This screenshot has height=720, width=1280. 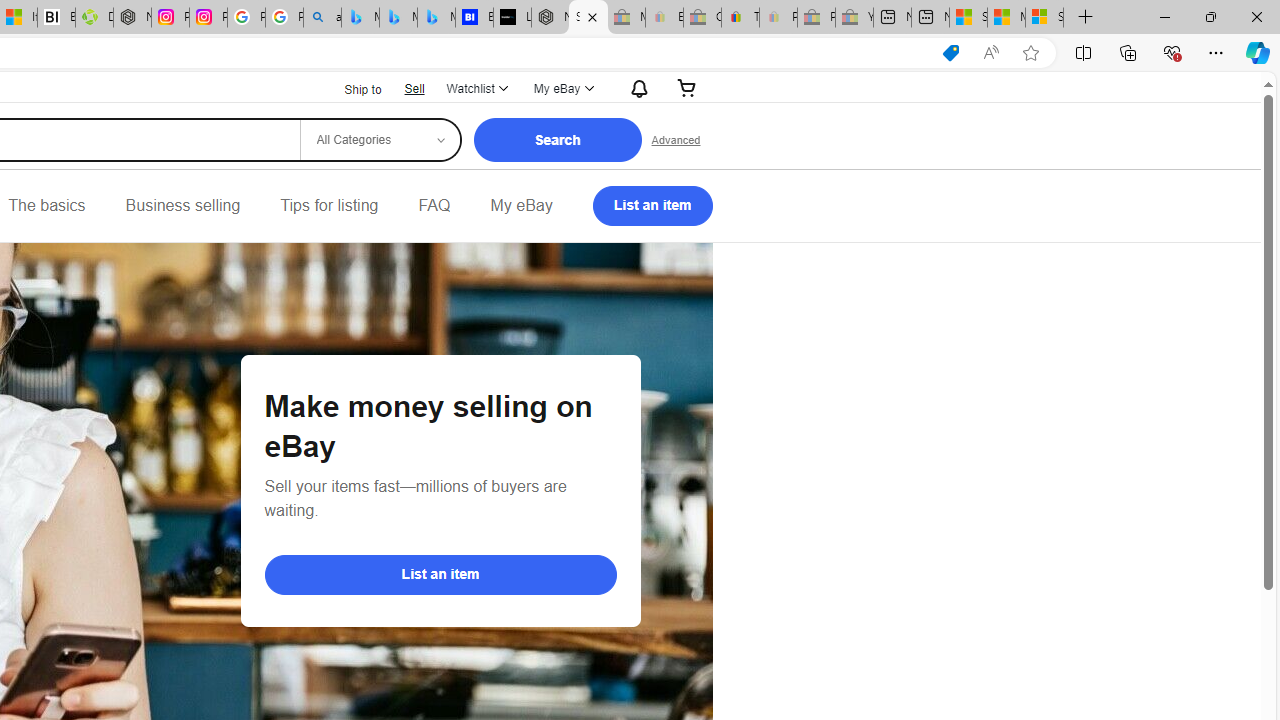 What do you see at coordinates (739, 17) in the screenshot?
I see `'Threats and offensive language policy | eBay'` at bounding box center [739, 17].